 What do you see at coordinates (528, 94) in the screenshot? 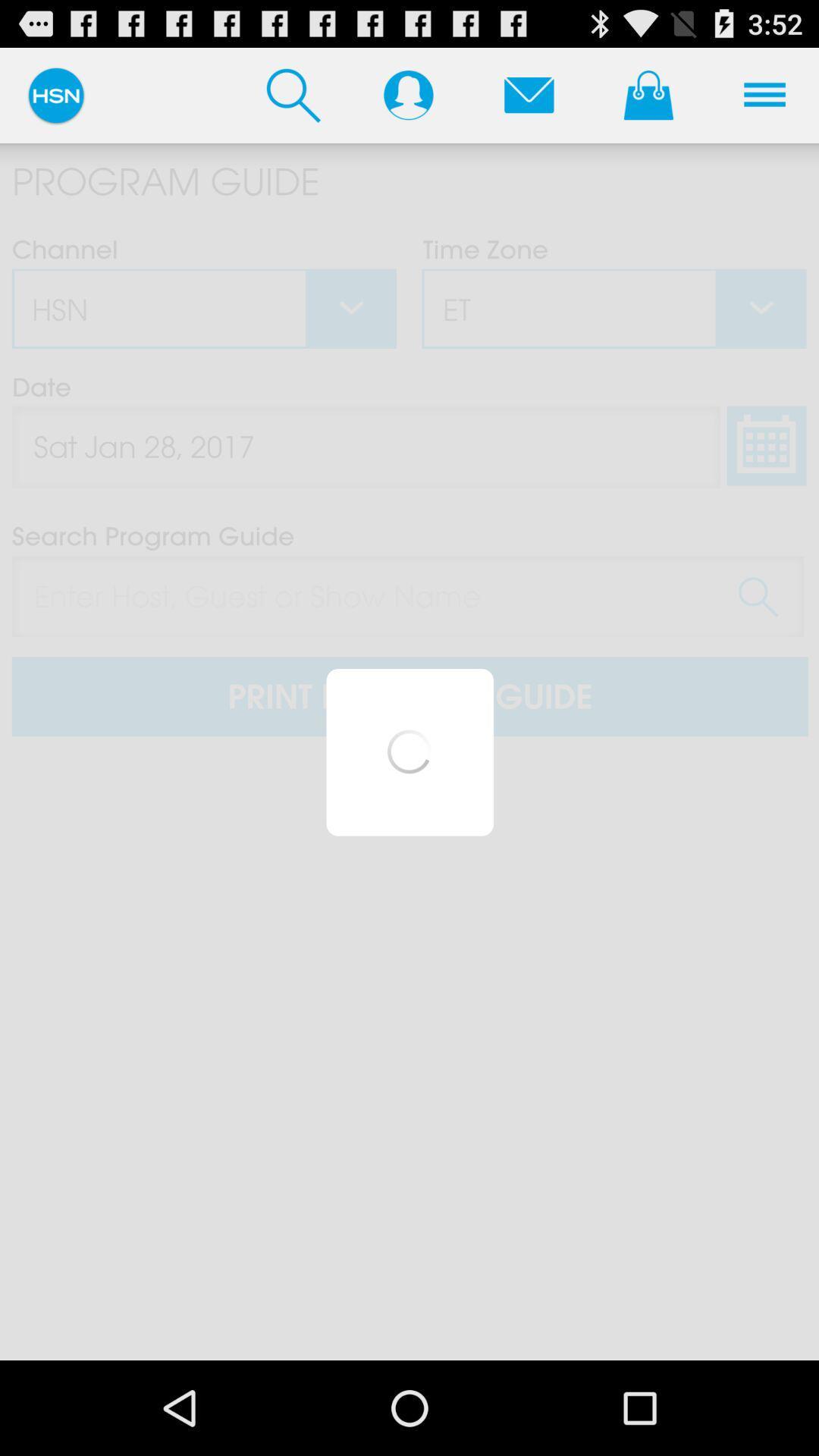
I see `look at email` at bounding box center [528, 94].